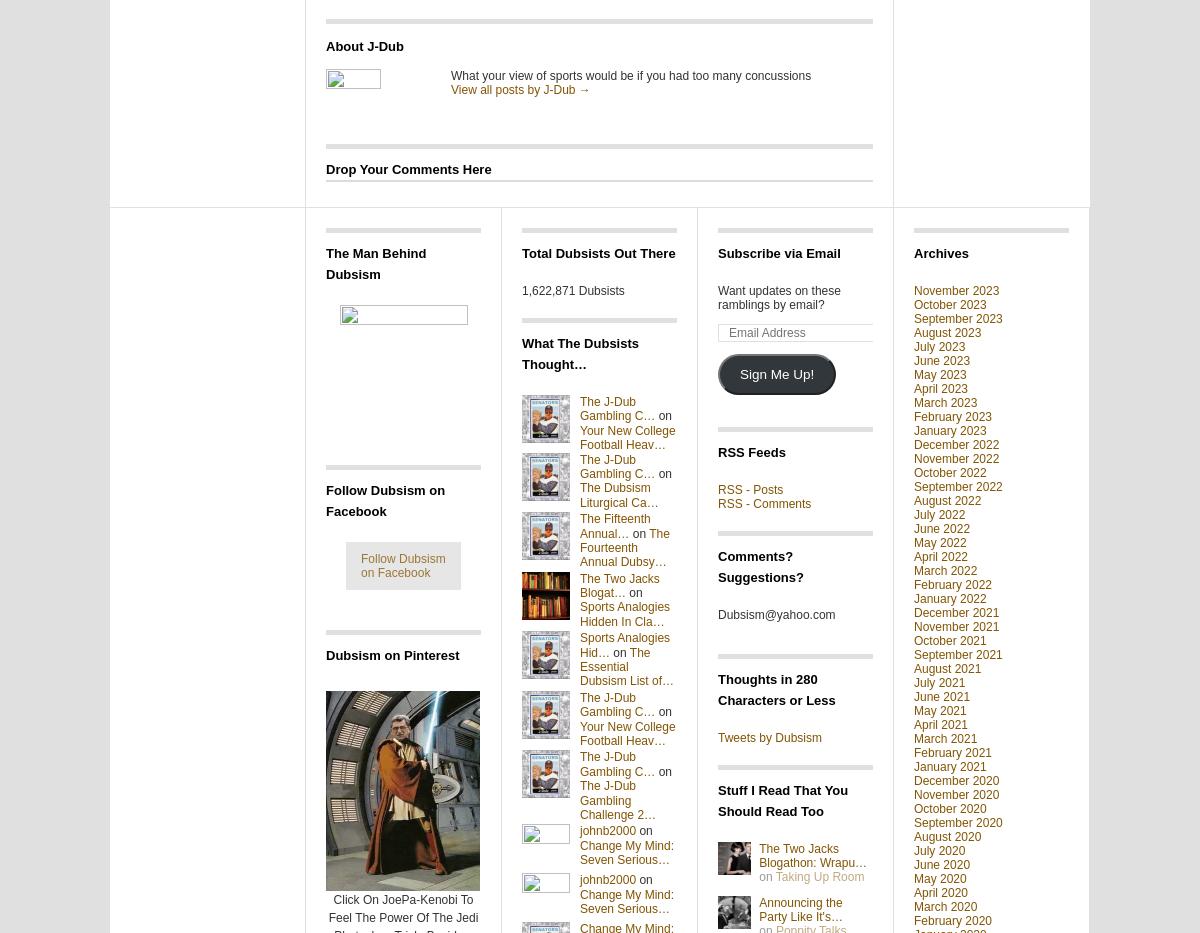 The height and width of the screenshot is (933, 1200). What do you see at coordinates (914, 501) in the screenshot?
I see `'August 2022'` at bounding box center [914, 501].